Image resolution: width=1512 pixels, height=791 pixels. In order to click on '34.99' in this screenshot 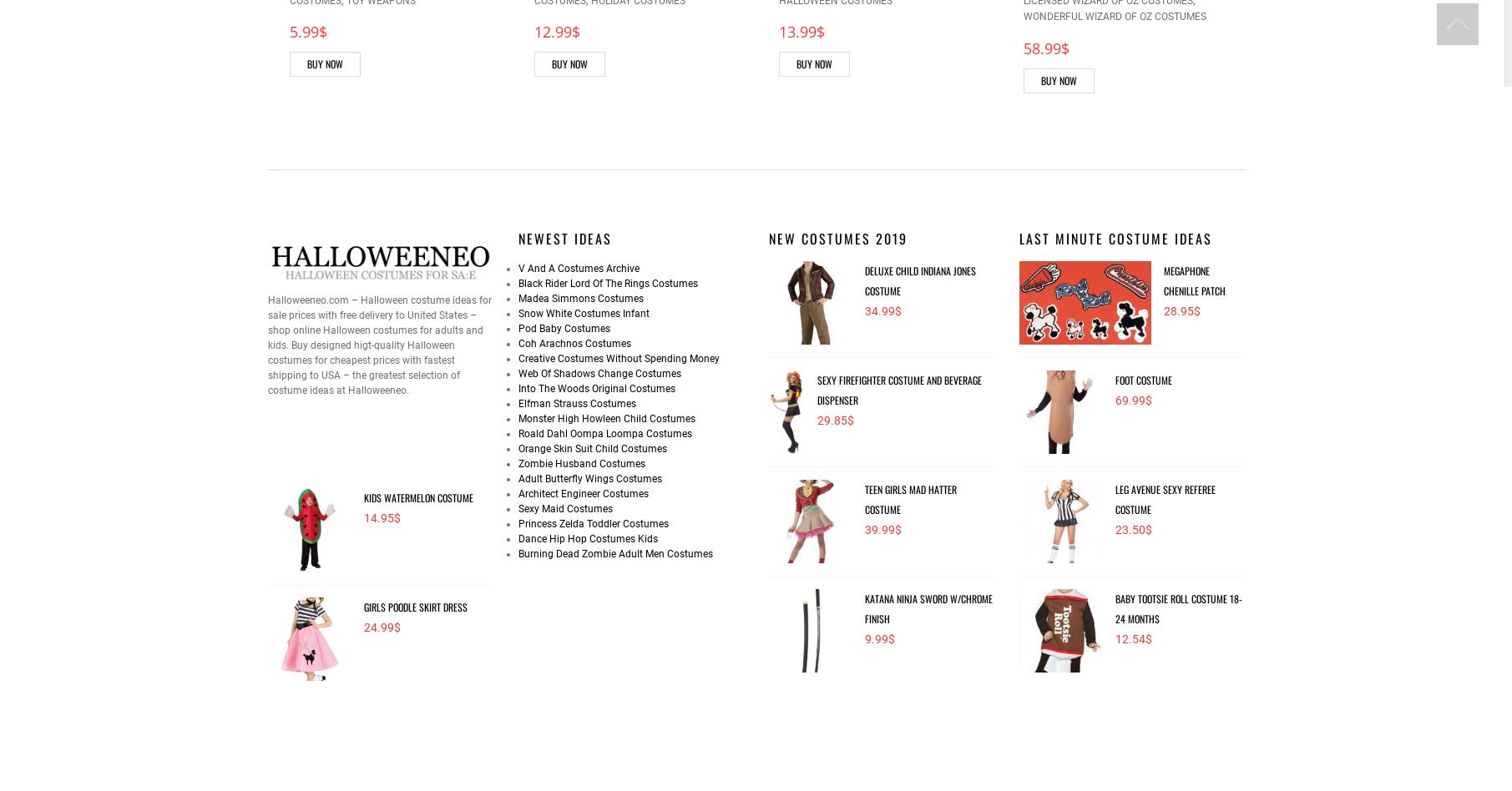, I will do `click(878, 309)`.